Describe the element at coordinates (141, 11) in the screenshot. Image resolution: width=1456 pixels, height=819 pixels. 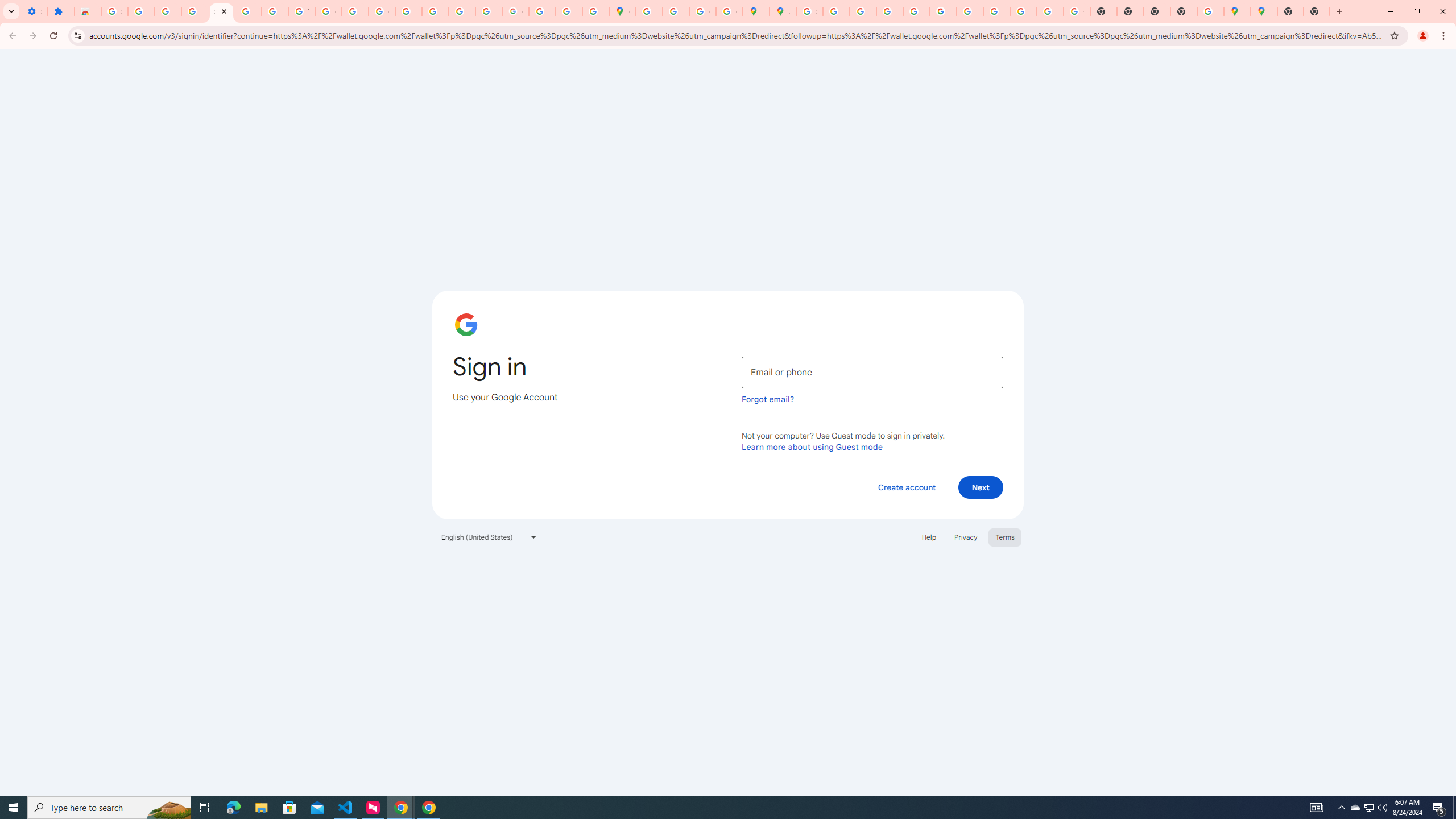
I see `'Delete photos & videos - Computer - Google Photos Help'` at that location.